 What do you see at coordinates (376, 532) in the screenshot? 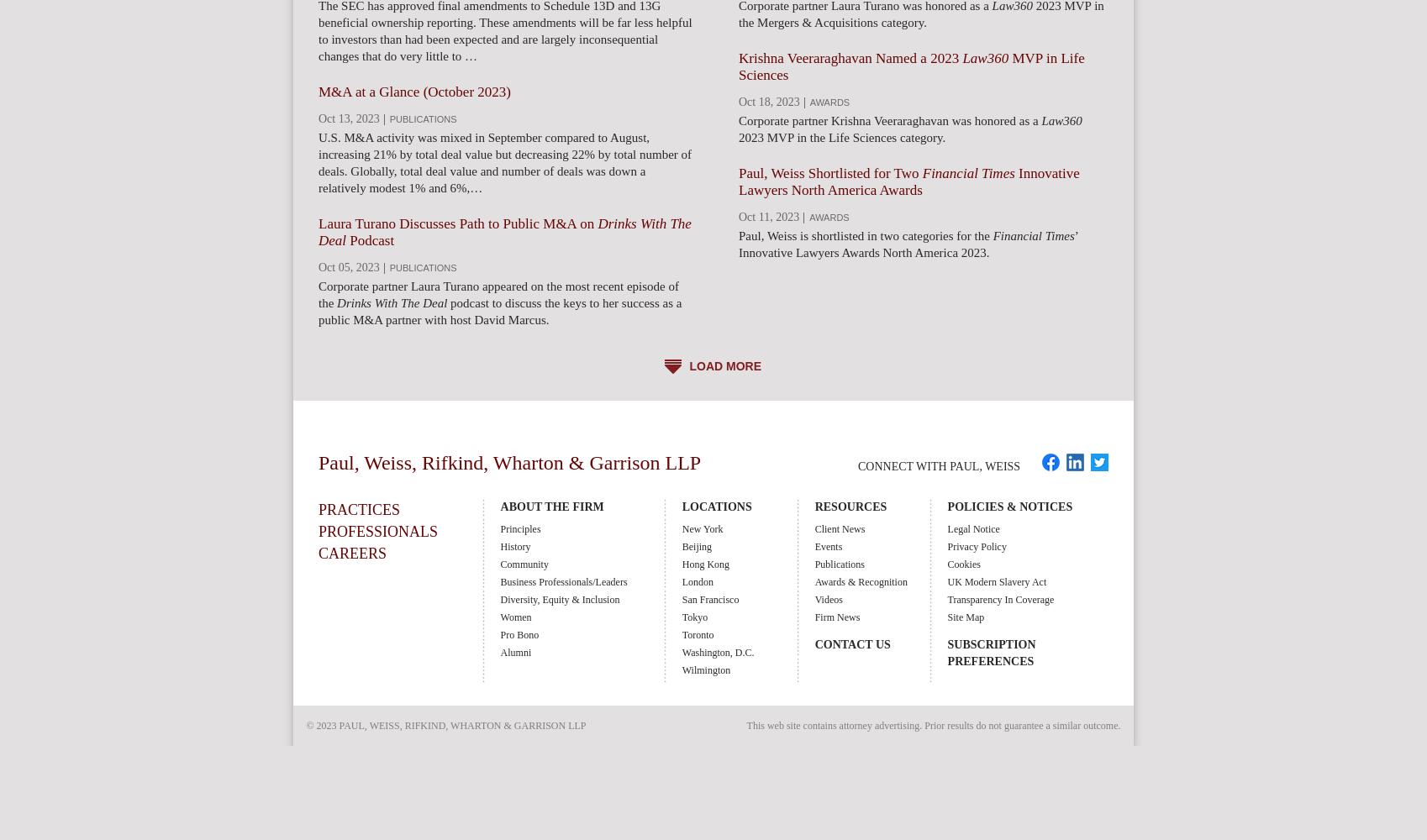
I see `'PROFESSIONALS'` at bounding box center [376, 532].